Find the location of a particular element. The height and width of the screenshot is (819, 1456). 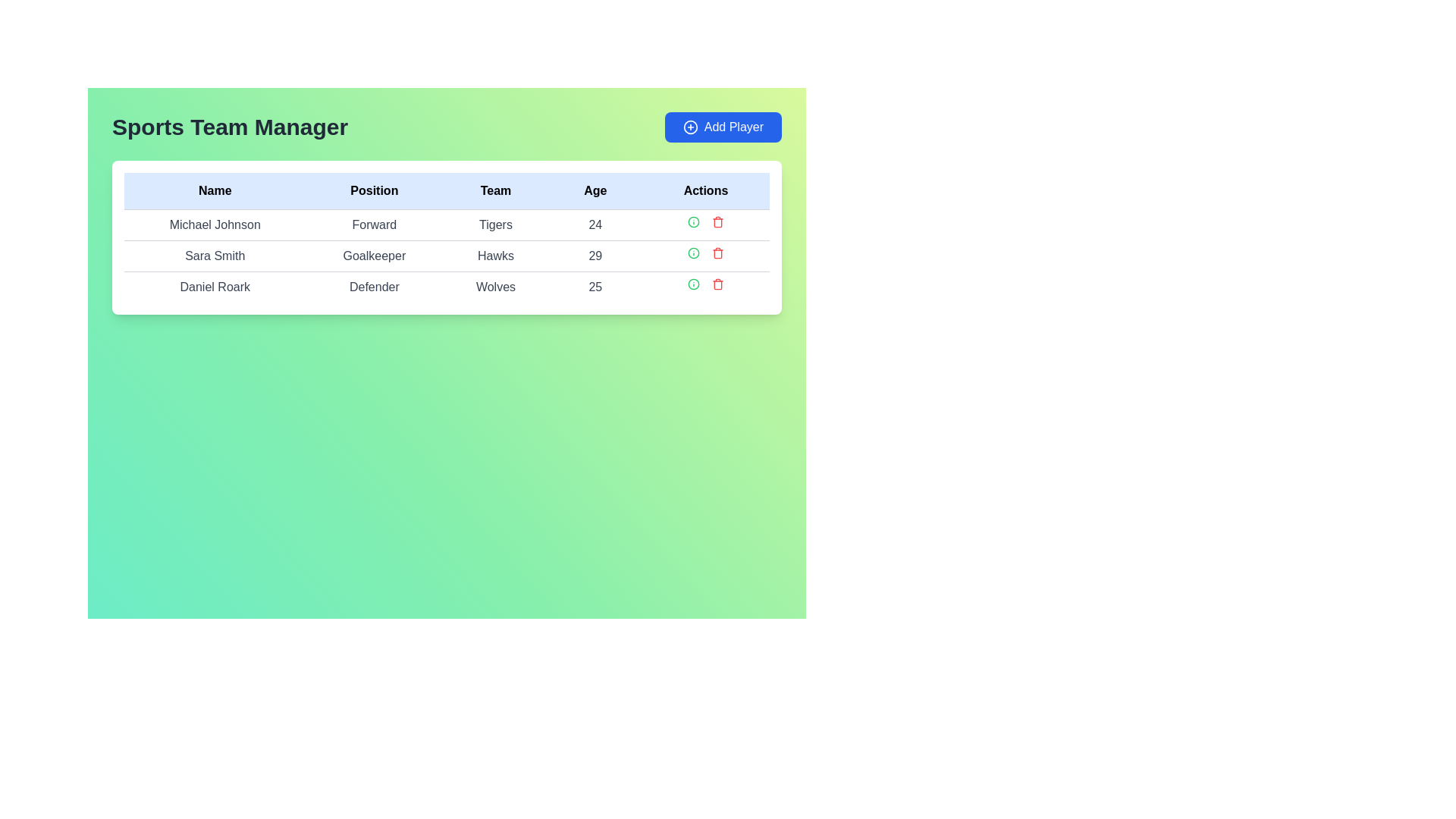

the text label displaying 'Michael Johnson' in the first row and first column of the table under the header 'Name' is located at coordinates (214, 225).